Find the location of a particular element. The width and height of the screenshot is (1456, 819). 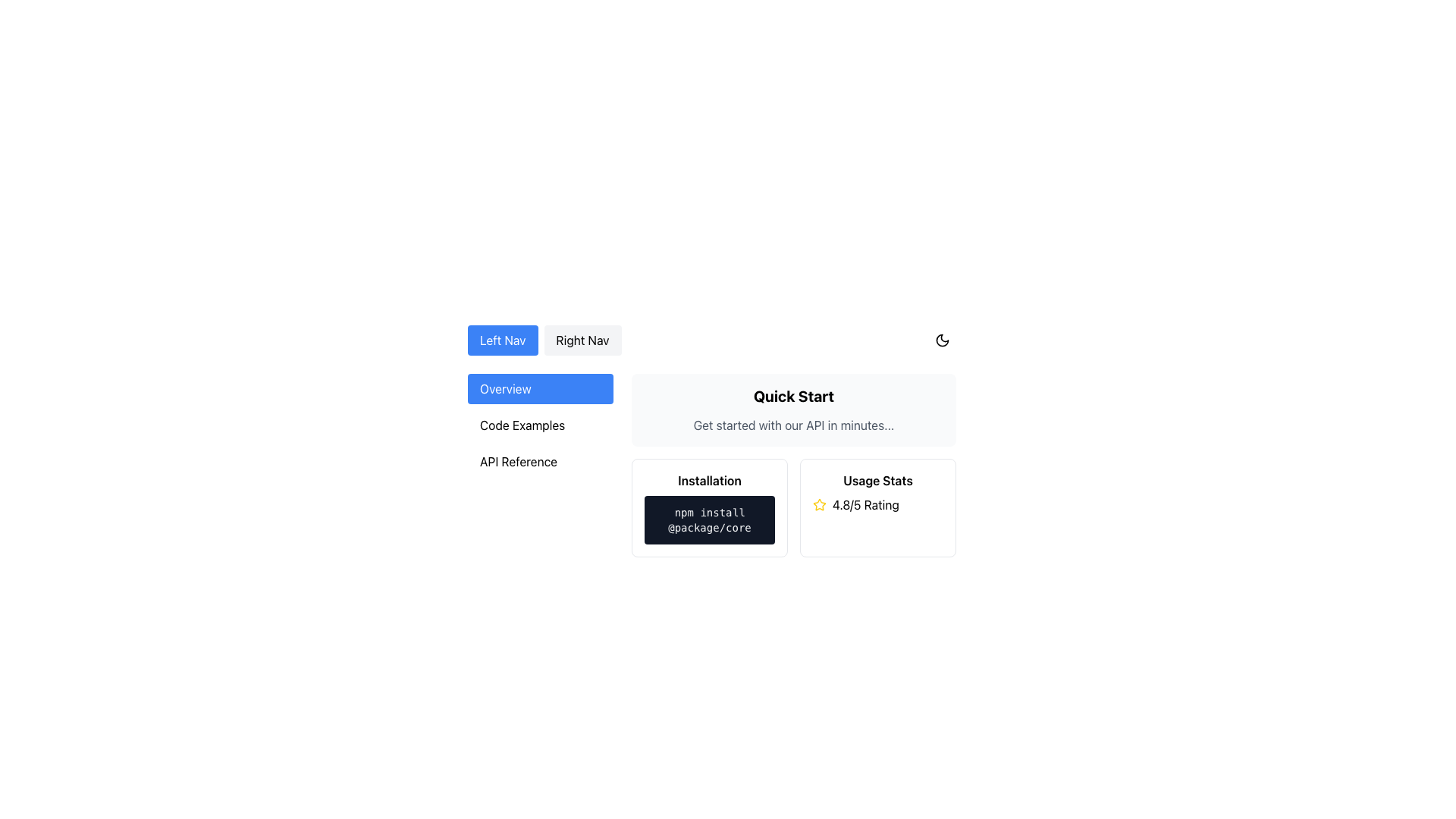

the moon icon button located near the top-right corner of the interface is located at coordinates (942, 339).